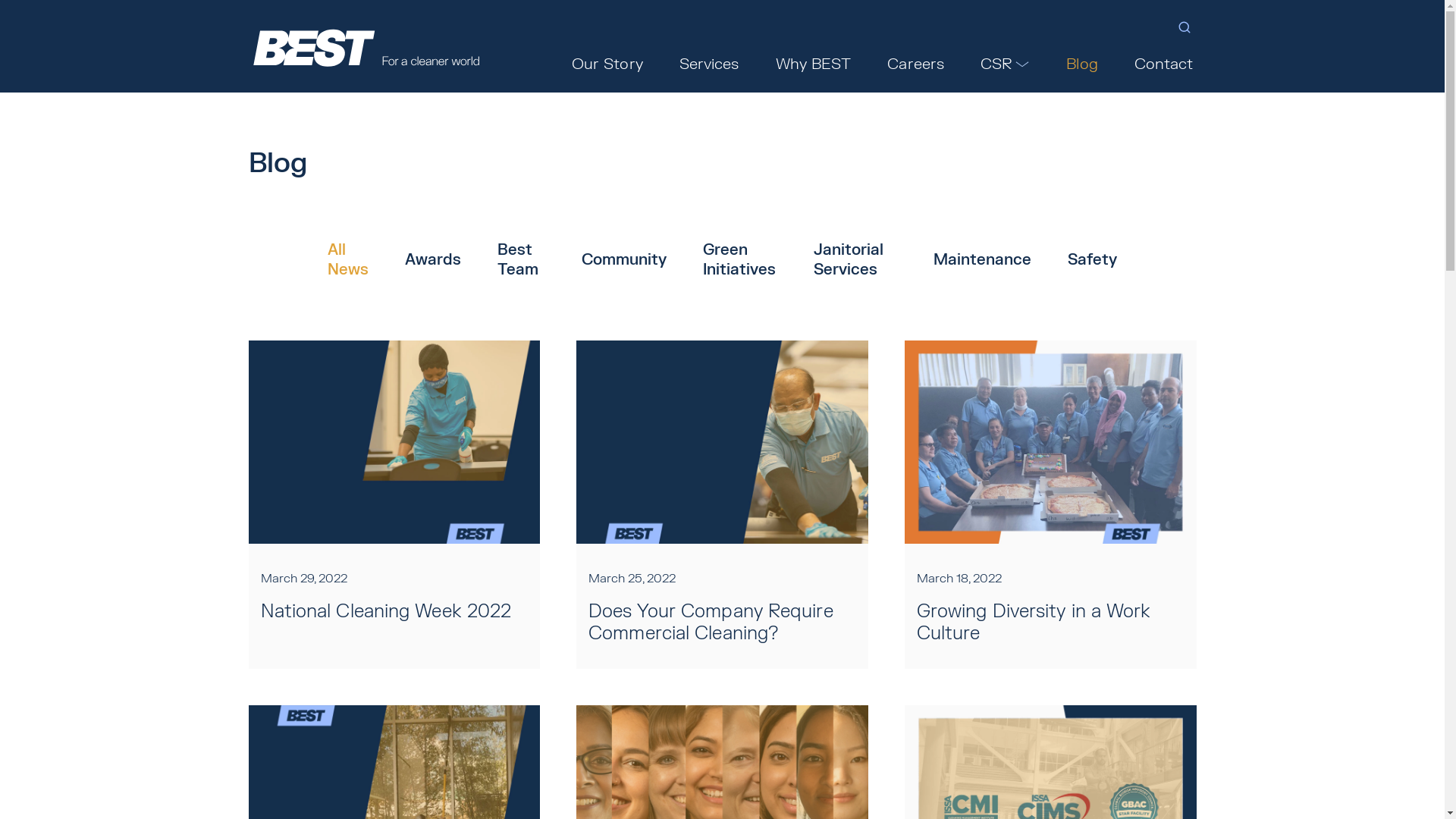 The image size is (1456, 819). What do you see at coordinates (432, 259) in the screenshot?
I see `'Awards'` at bounding box center [432, 259].